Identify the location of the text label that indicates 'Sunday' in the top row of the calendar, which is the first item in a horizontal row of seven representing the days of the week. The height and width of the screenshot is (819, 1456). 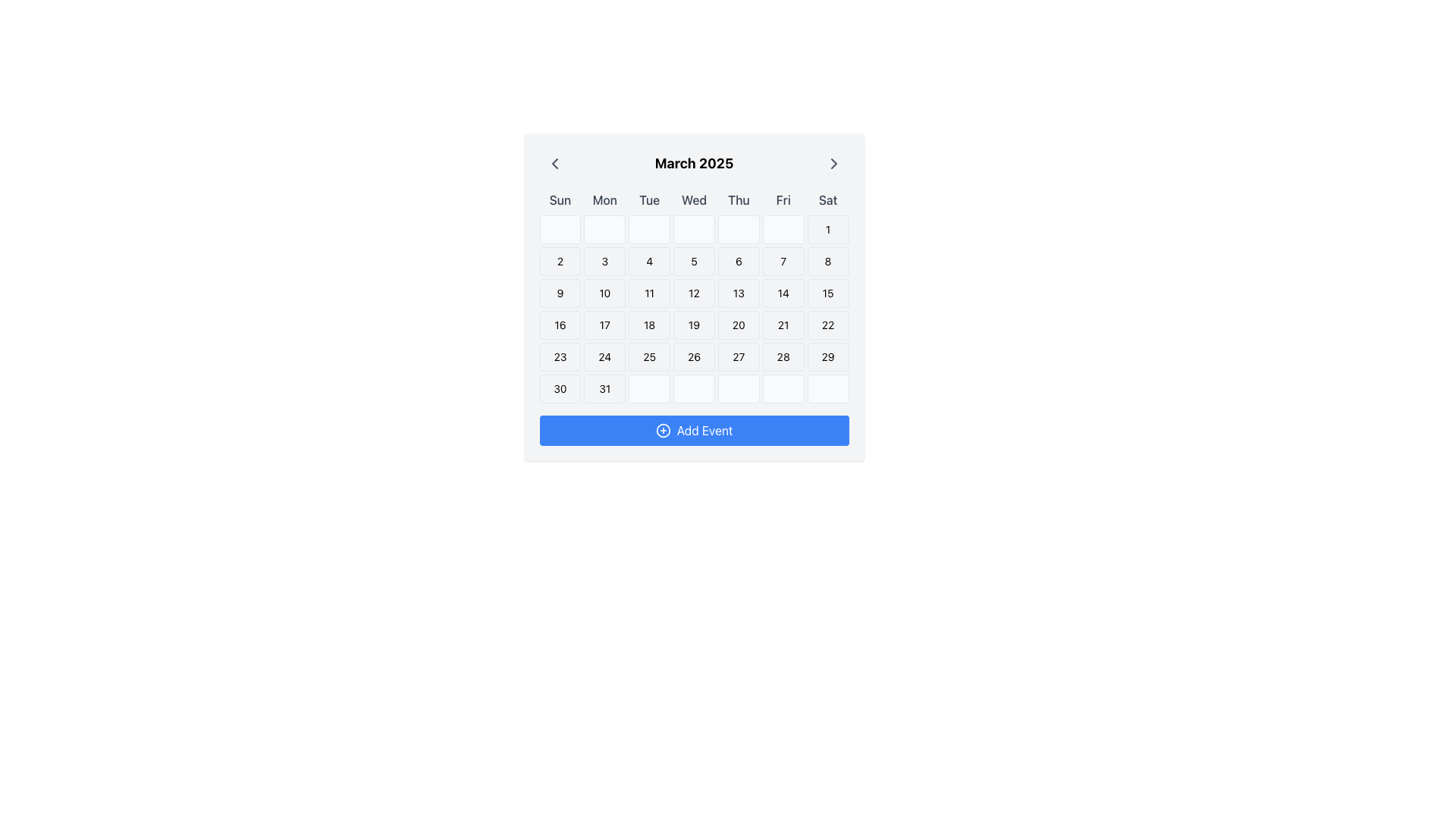
(560, 199).